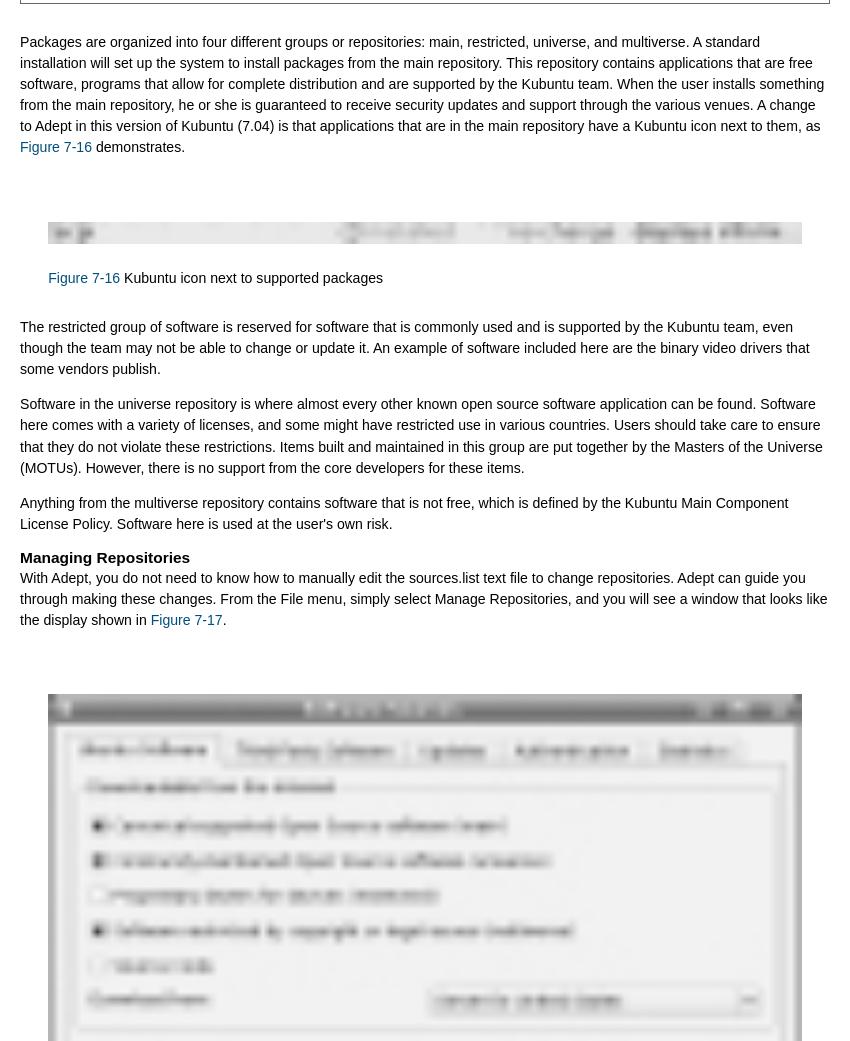  What do you see at coordinates (414, 347) in the screenshot?
I see `'The restricted group of software is reserved for software that is commonly used and is supported by the Kubuntu team, even though the team may not be able to change or update it. An example of software included here are the binary video drivers that some vendors publish.'` at bounding box center [414, 347].